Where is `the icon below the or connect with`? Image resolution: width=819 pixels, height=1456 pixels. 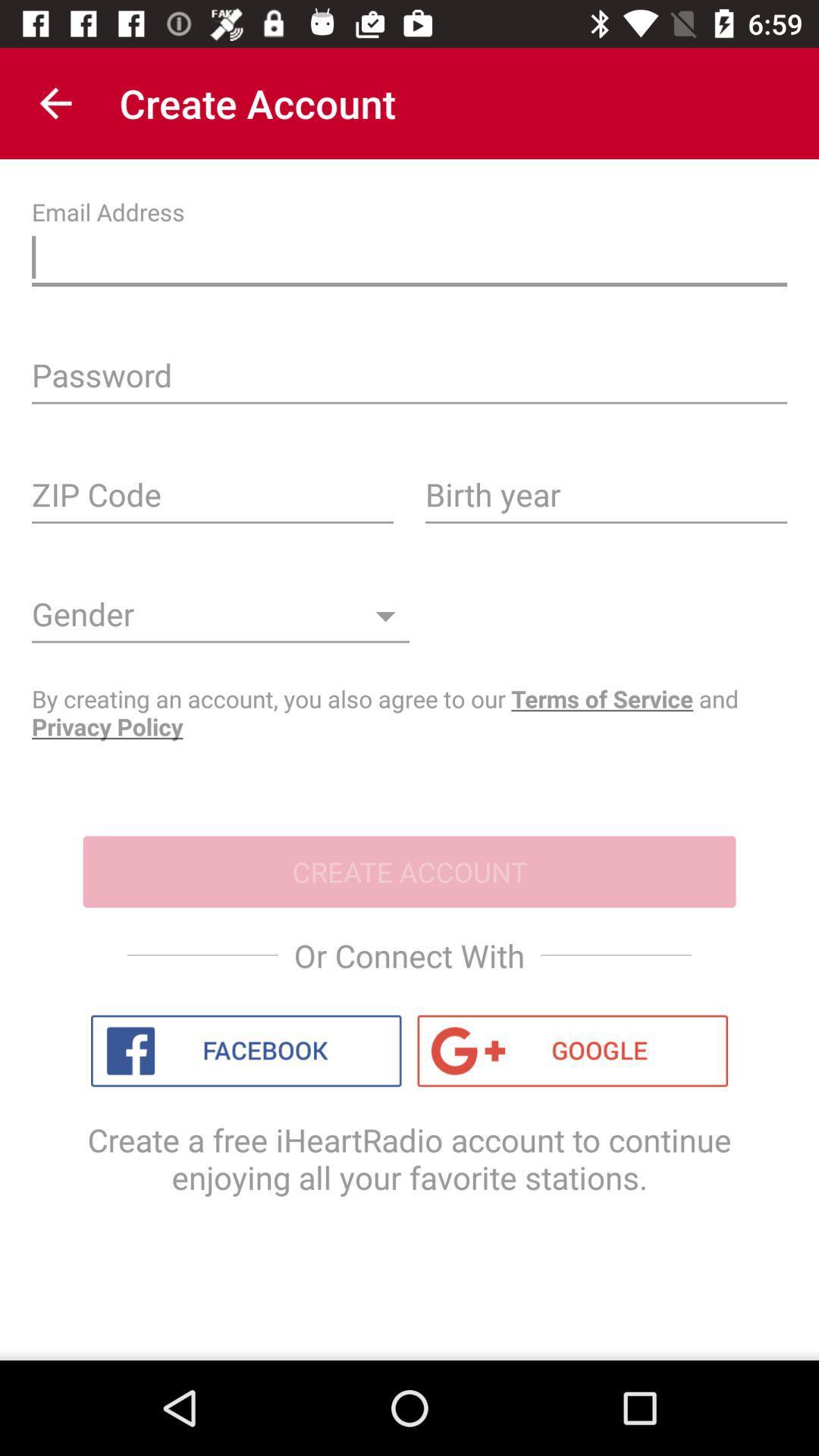 the icon below the or connect with is located at coordinates (245, 1050).